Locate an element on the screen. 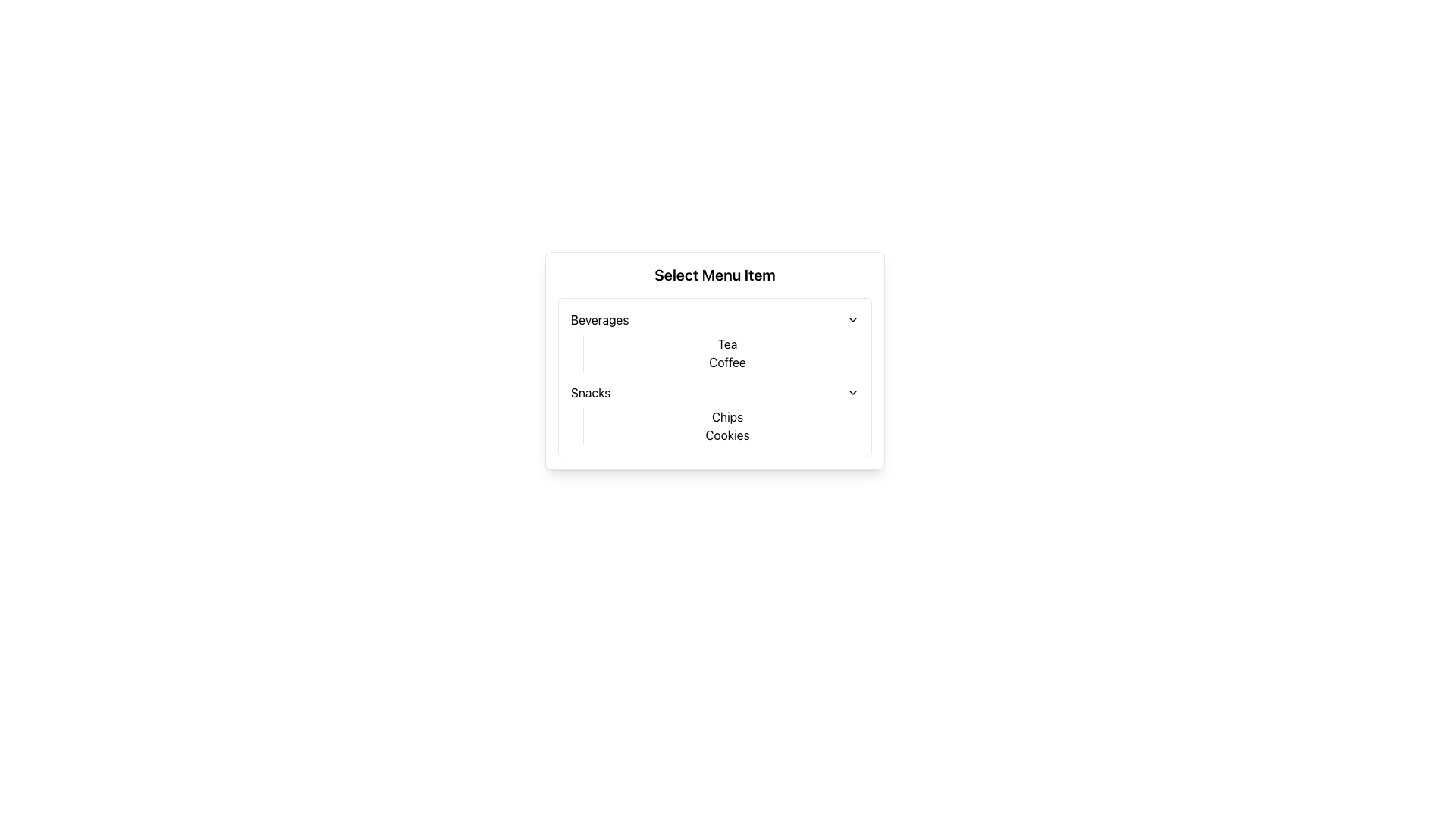  the 'Tea' list item in the 'Beverages' section is located at coordinates (726, 344).